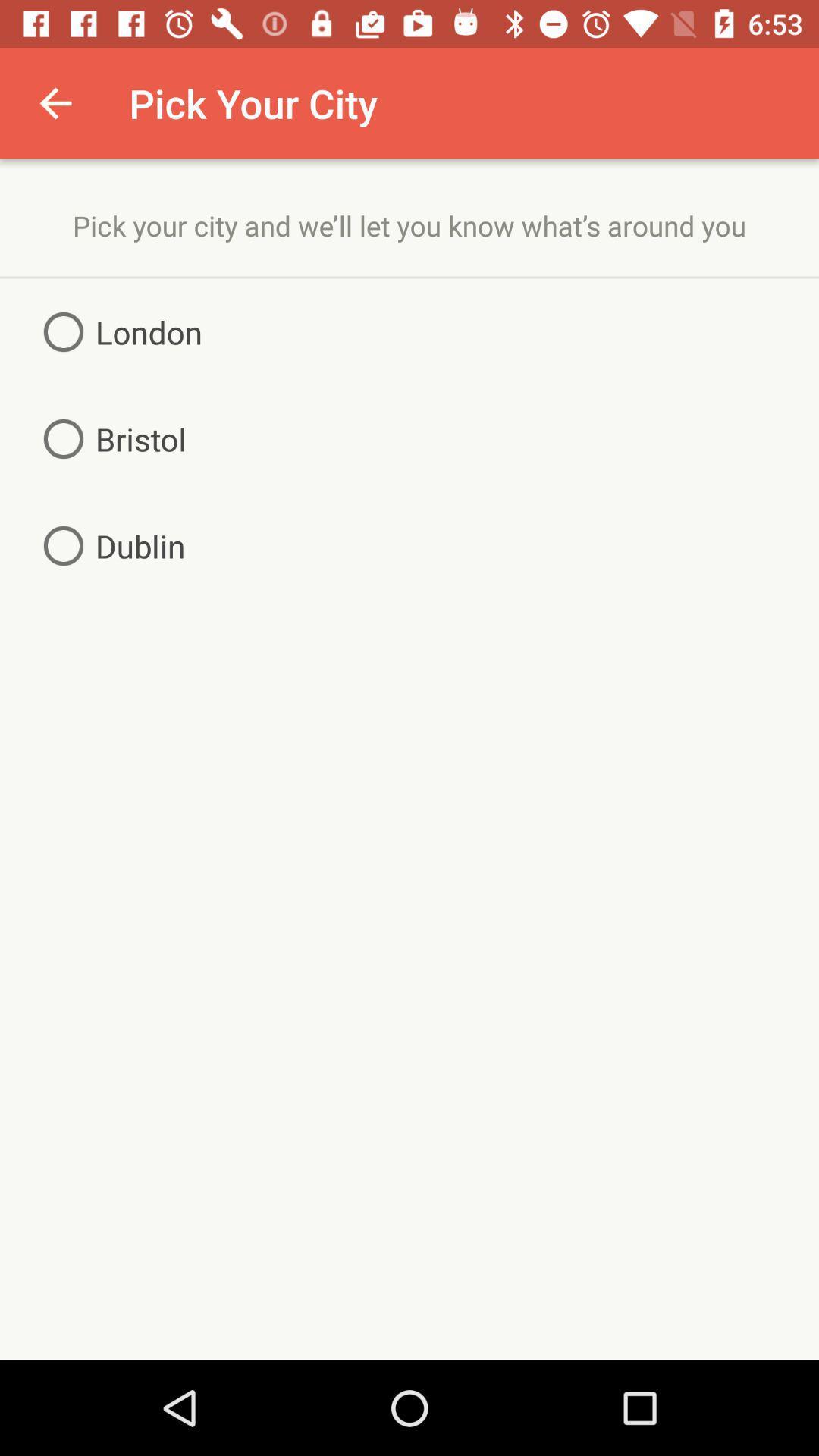 This screenshot has height=1456, width=819. Describe the element at coordinates (108, 438) in the screenshot. I see `item above the dublin` at that location.